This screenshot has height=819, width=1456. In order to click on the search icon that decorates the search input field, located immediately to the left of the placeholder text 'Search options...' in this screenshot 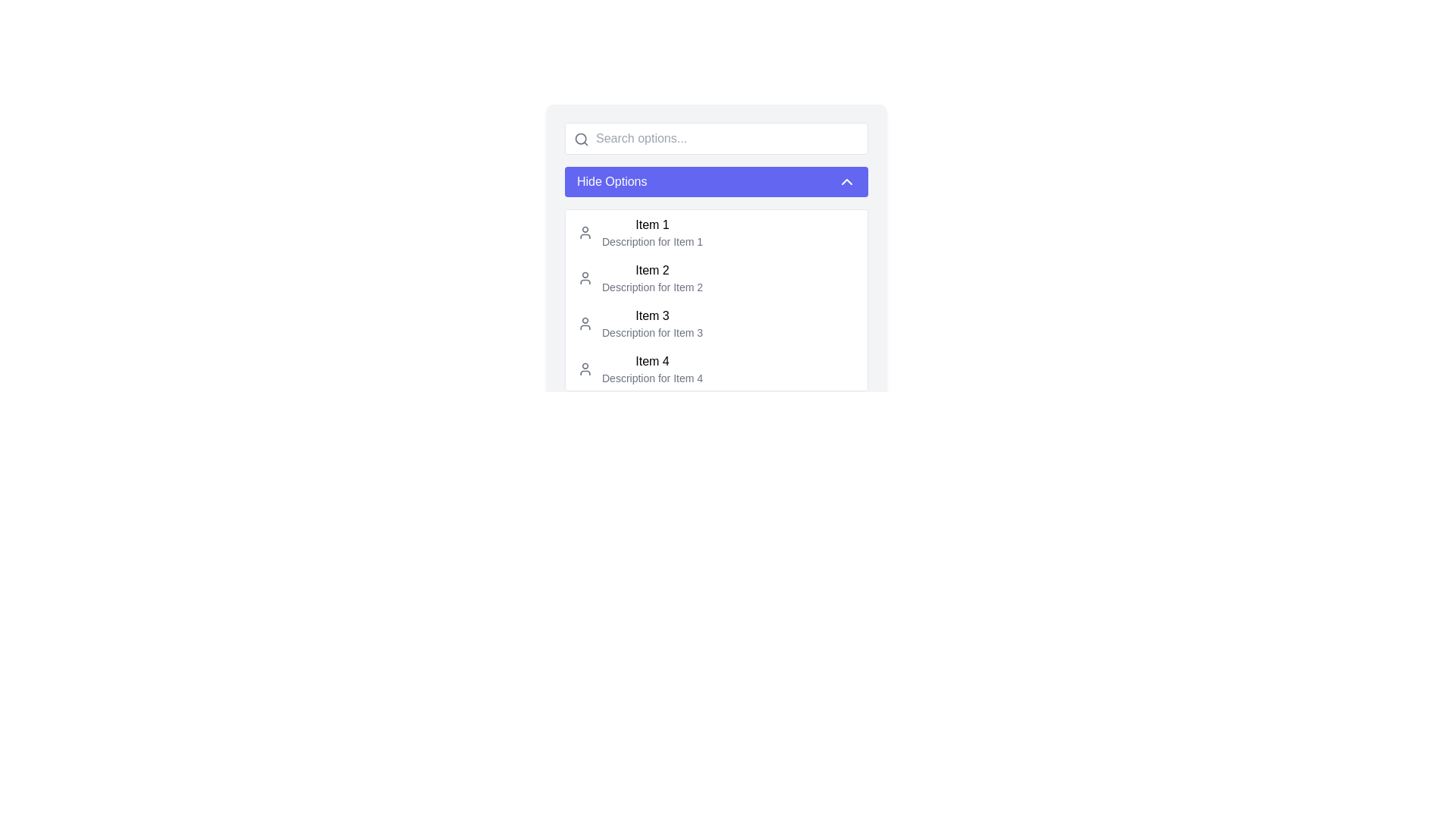, I will do `click(581, 140)`.